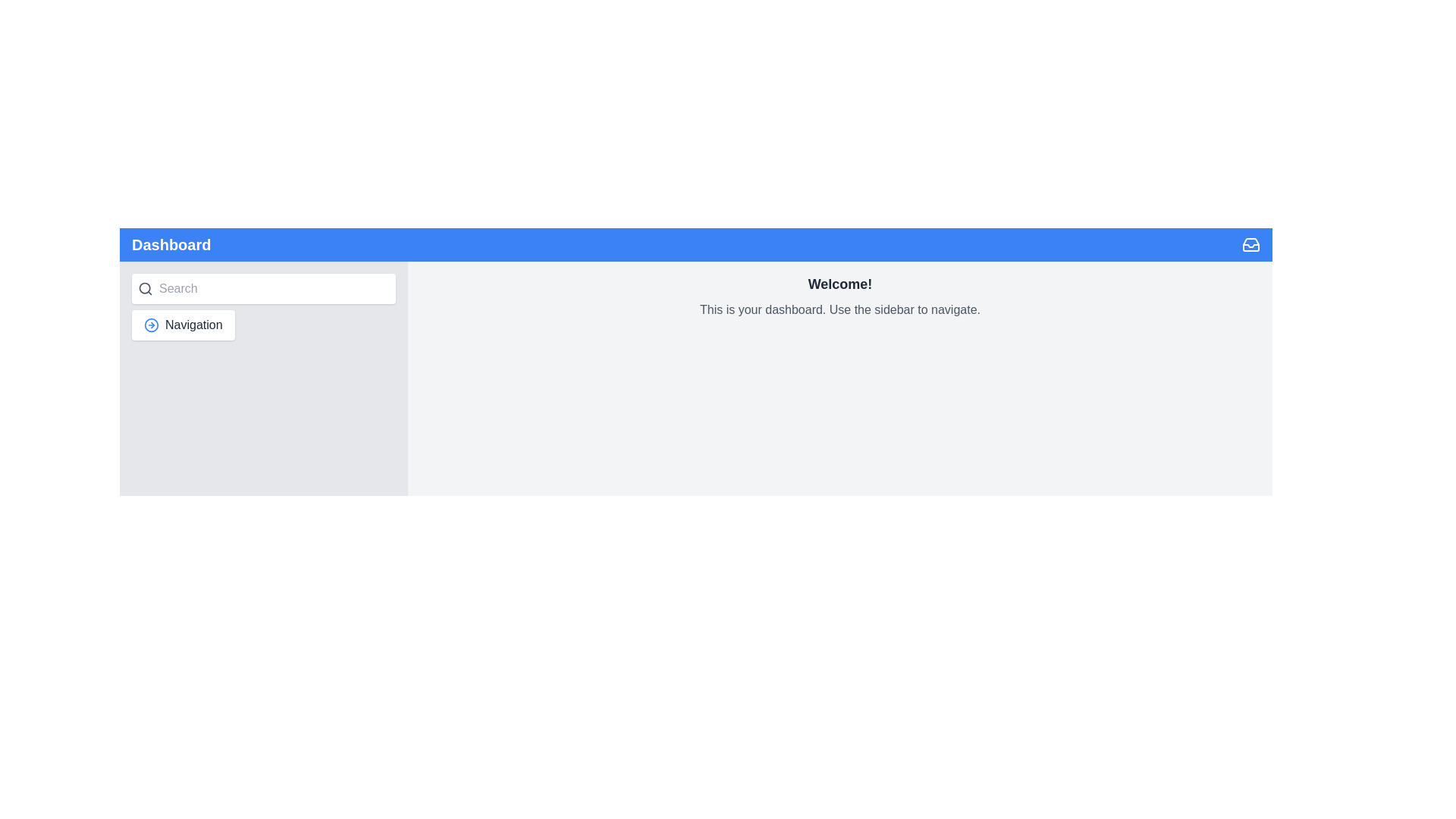  What do you see at coordinates (839, 284) in the screenshot?
I see `the static text label reading 'Welcome!' which is styled in bold, large, dark gray font and positioned prominently below the blue header bar` at bounding box center [839, 284].